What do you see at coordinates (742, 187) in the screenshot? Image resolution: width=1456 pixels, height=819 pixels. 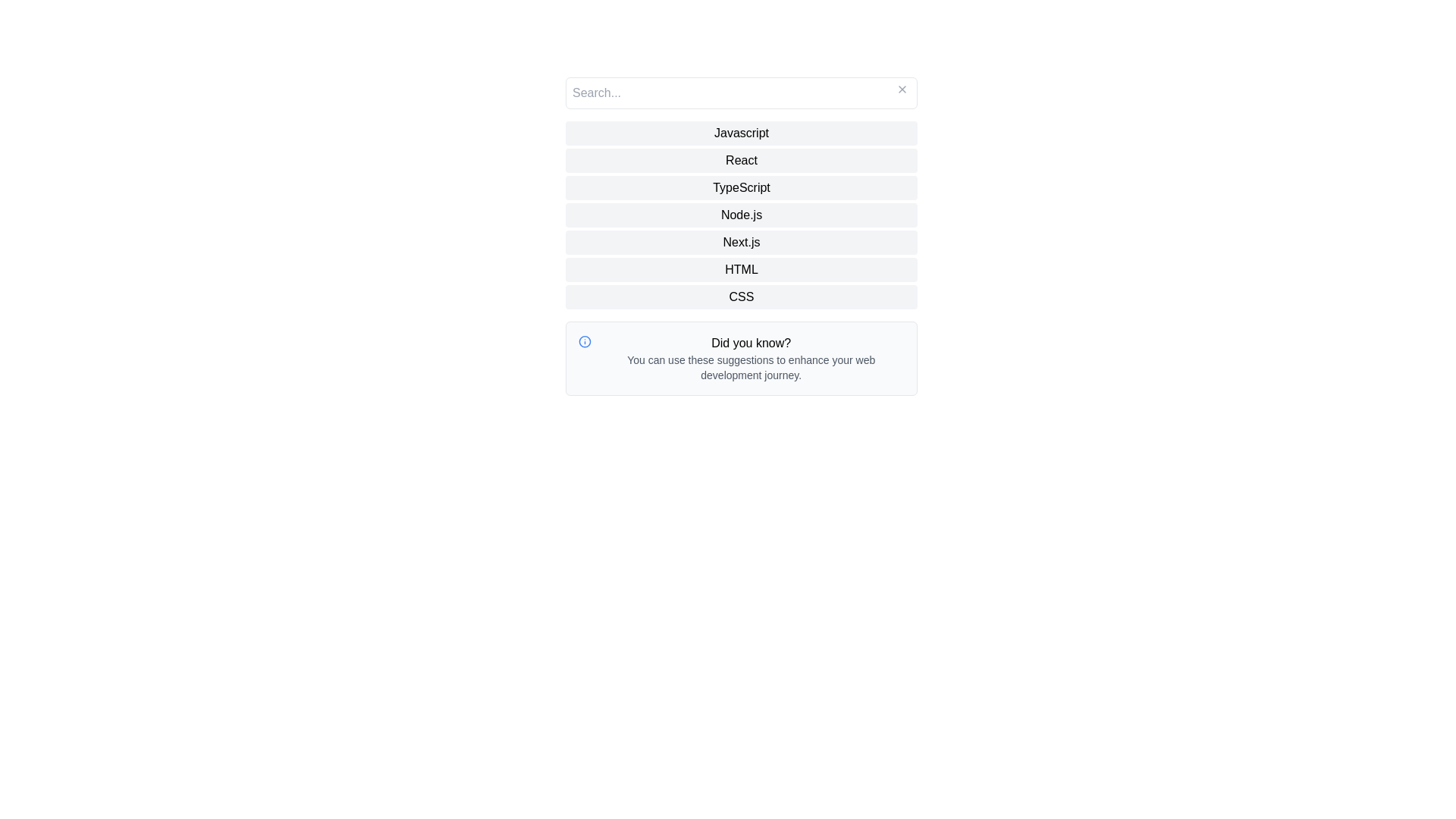 I see `the 'TypeScript' button, which is the third item in a vertical list of programming languages positioned centrally in the viewport` at bounding box center [742, 187].